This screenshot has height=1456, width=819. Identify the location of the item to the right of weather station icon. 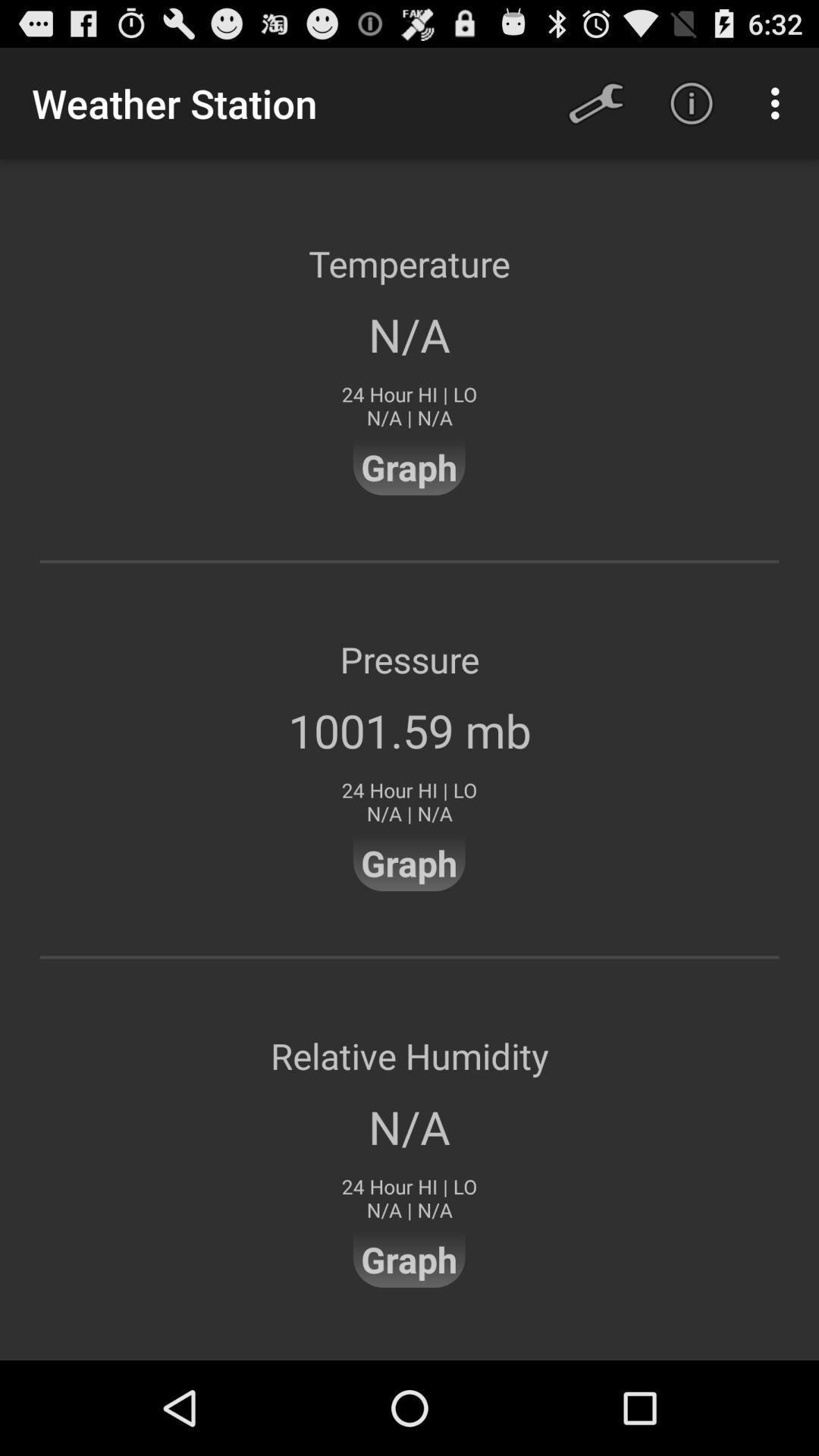
(595, 102).